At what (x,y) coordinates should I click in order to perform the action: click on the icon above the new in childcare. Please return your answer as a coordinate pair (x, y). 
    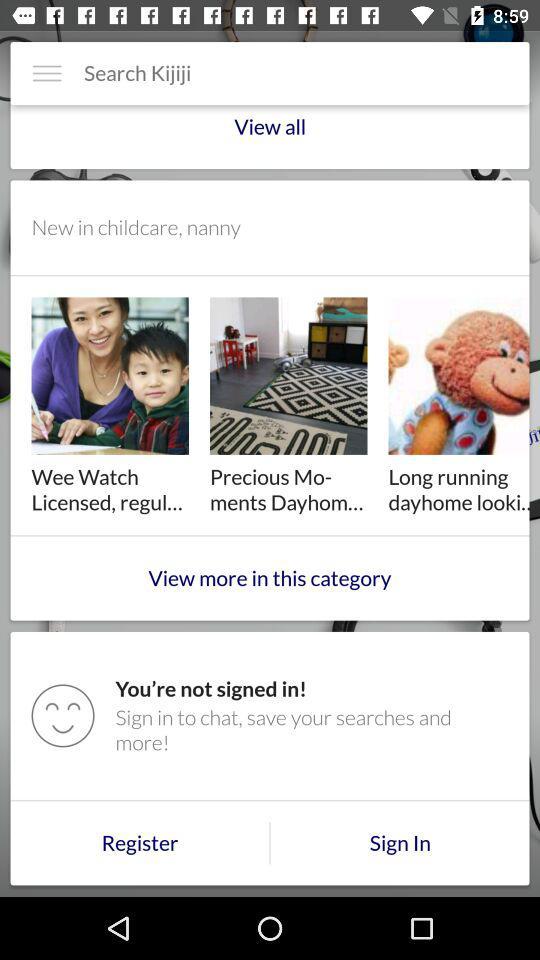
    Looking at the image, I should click on (270, 134).